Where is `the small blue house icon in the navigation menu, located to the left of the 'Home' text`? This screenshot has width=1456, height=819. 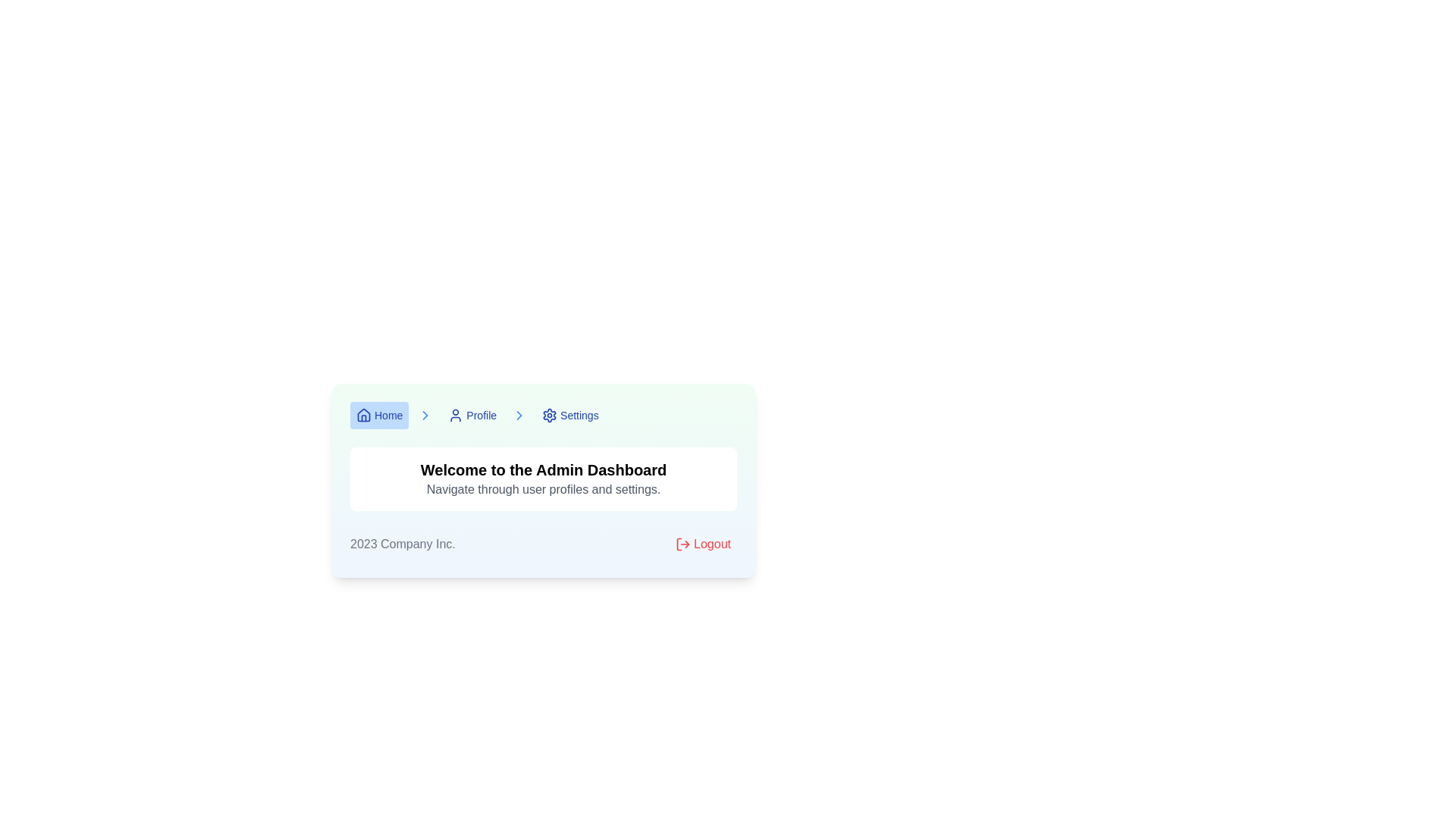 the small blue house icon in the navigation menu, located to the left of the 'Home' text is located at coordinates (364, 415).